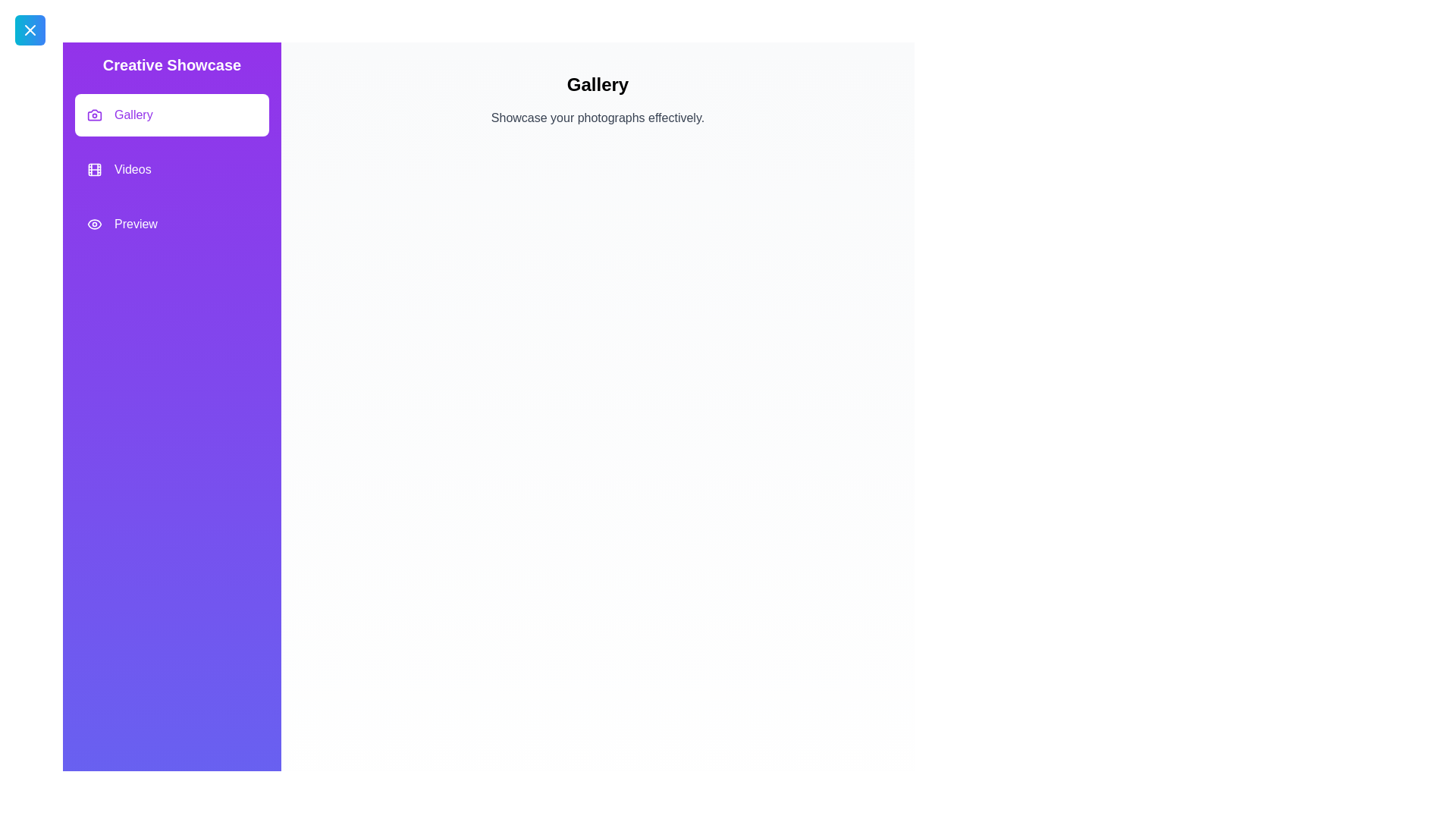 This screenshot has width=1456, height=819. I want to click on the feature Preview by clicking its icon, so click(93, 224).